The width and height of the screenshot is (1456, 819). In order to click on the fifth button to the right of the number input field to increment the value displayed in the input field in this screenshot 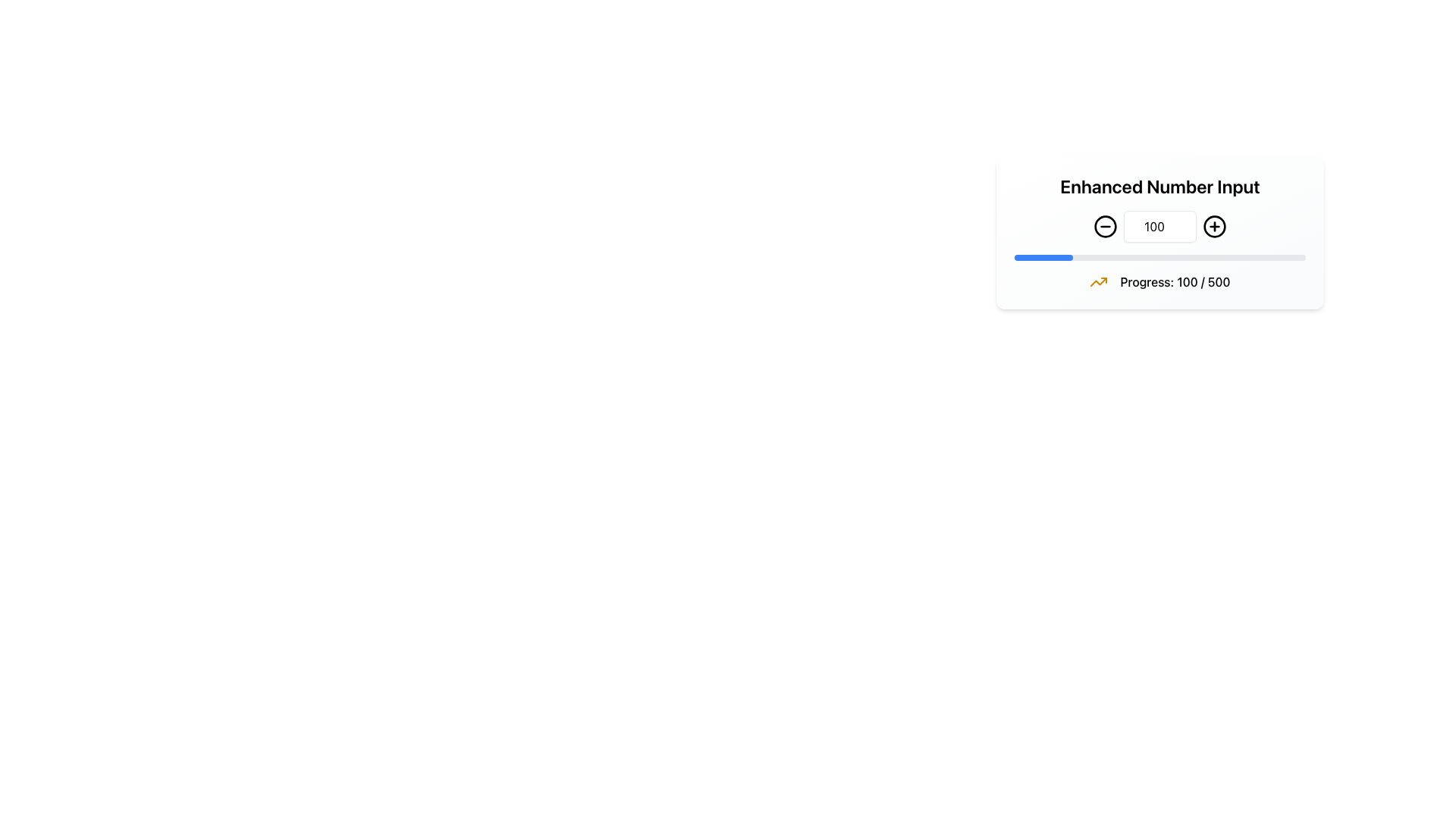, I will do `click(1215, 227)`.